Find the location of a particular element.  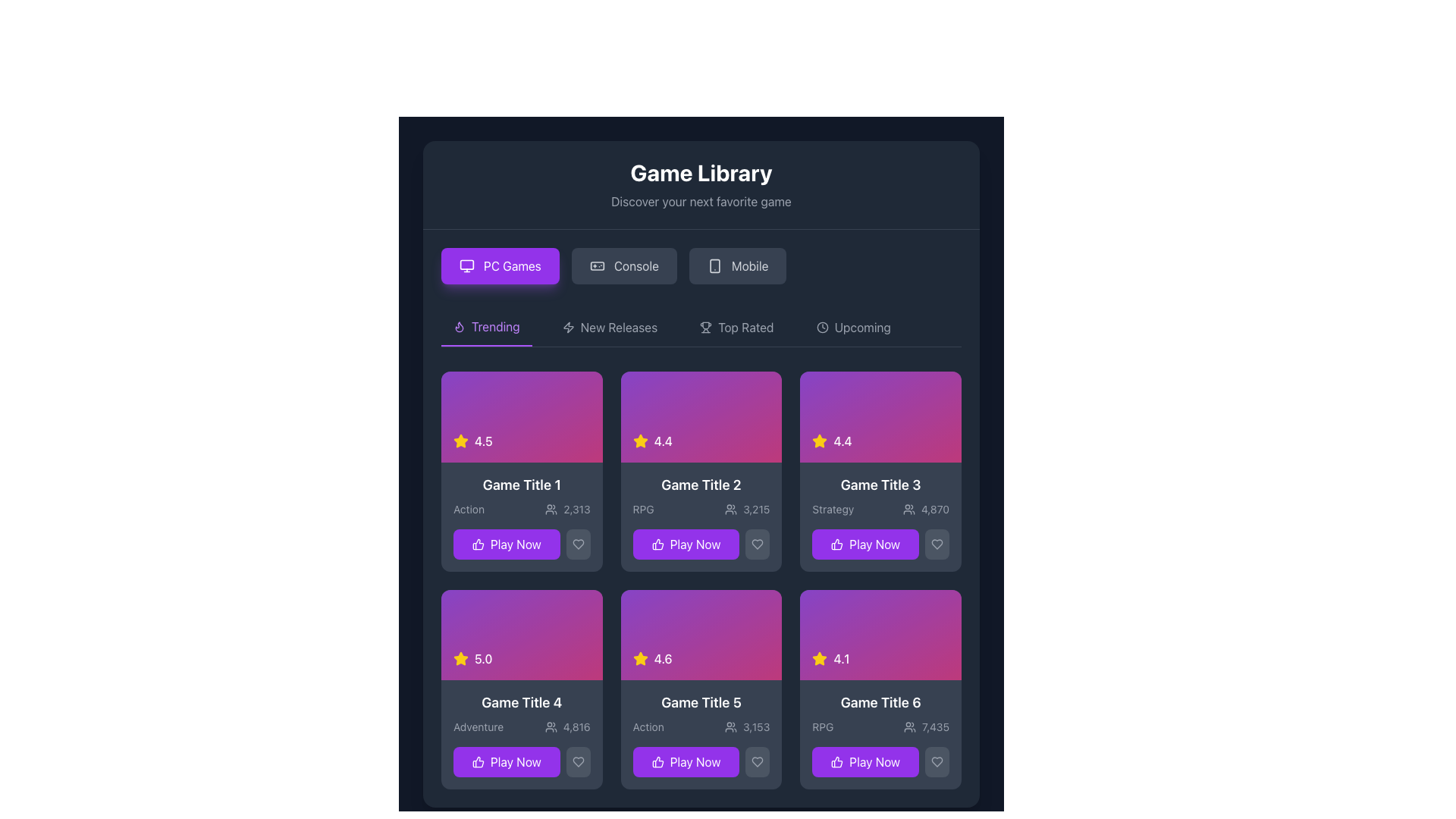

the text label that indicates the genre 'Adventure' located in the lower section of the card for 'Game Title 4', specifically below the title line and above the player count is located at coordinates (478, 726).